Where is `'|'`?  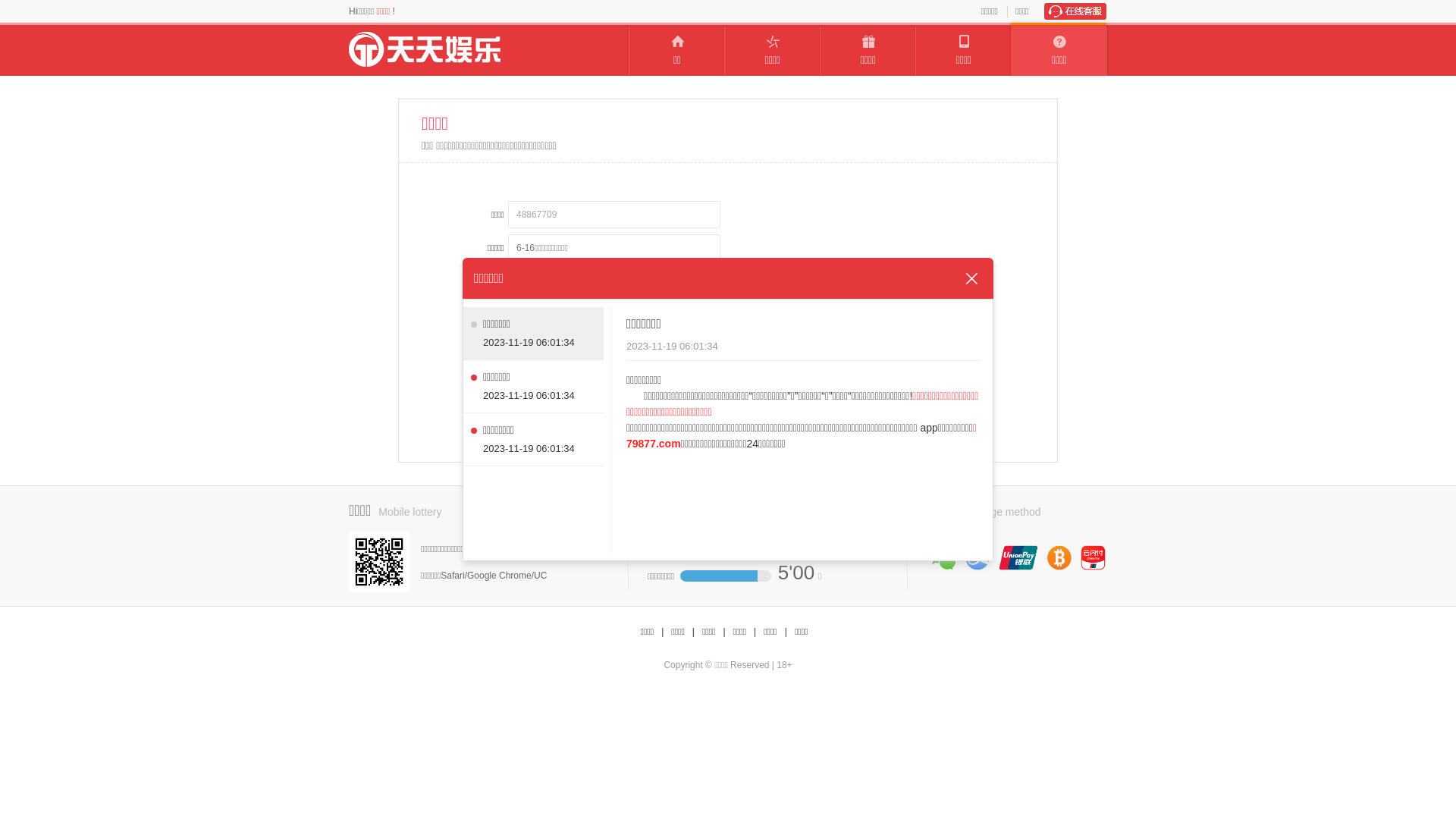 '|' is located at coordinates (785, 632).